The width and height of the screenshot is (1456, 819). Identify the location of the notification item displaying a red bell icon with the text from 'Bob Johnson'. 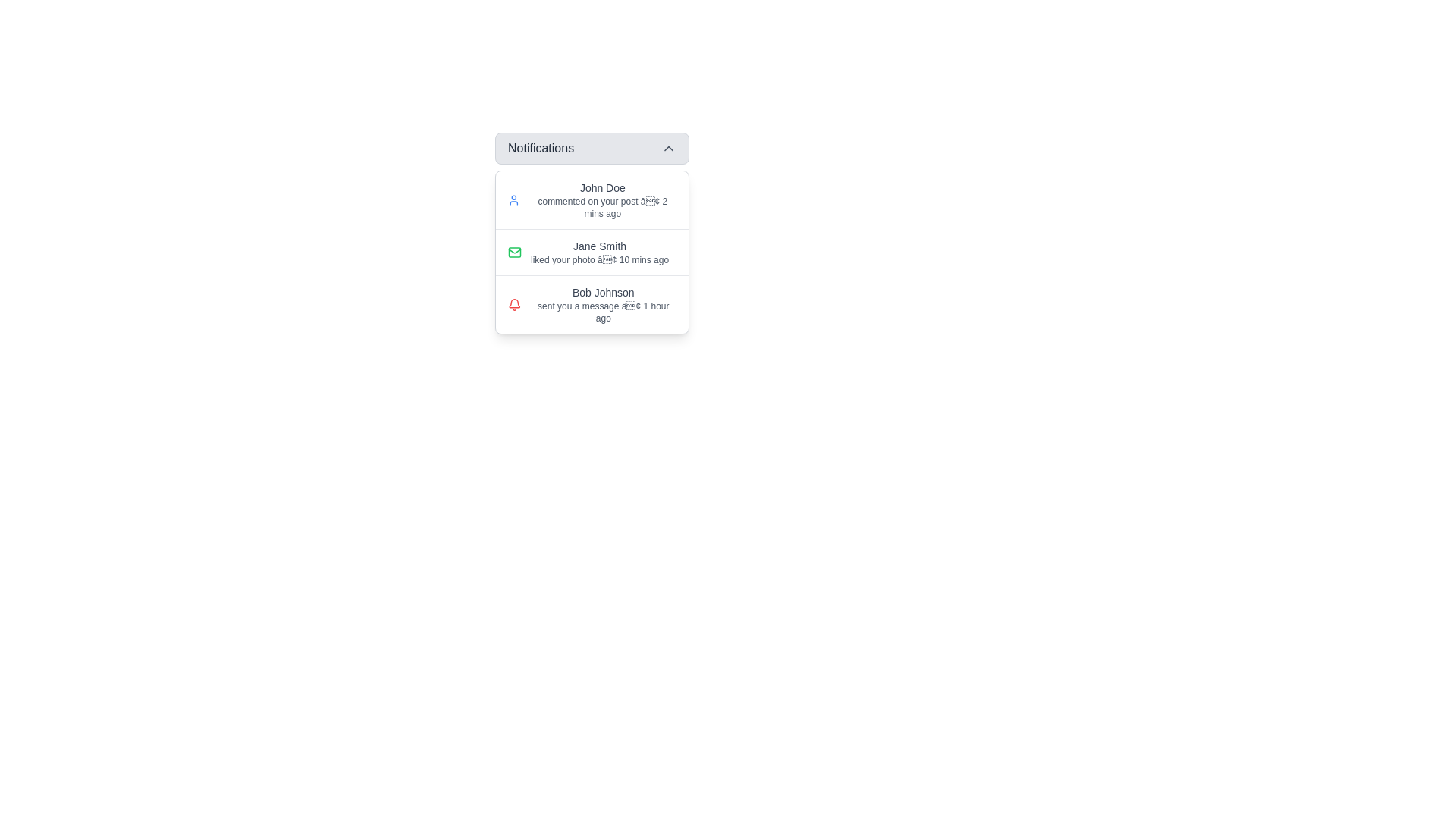
(591, 304).